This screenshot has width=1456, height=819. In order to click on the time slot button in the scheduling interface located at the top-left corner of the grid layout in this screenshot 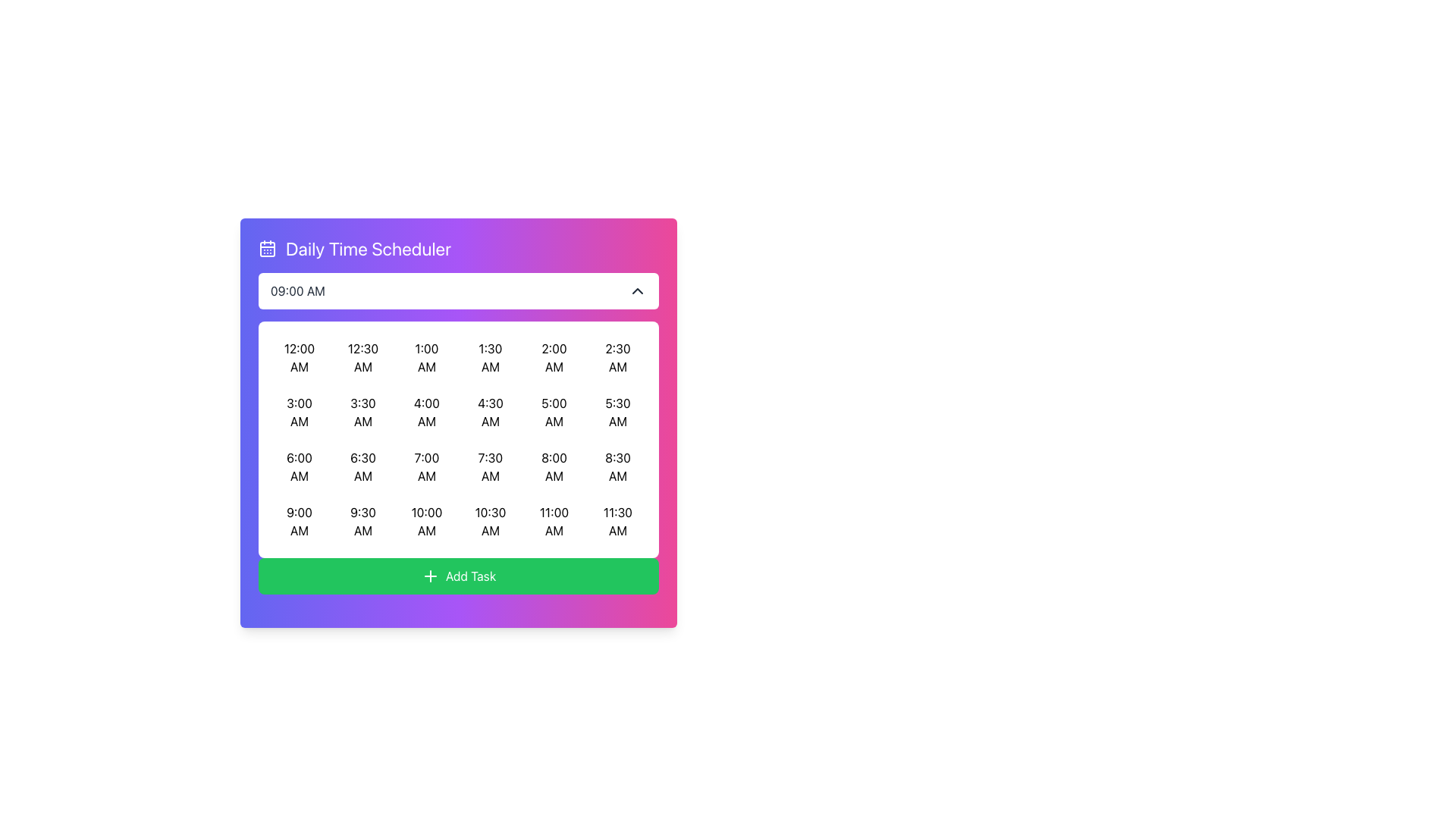, I will do `click(299, 357)`.